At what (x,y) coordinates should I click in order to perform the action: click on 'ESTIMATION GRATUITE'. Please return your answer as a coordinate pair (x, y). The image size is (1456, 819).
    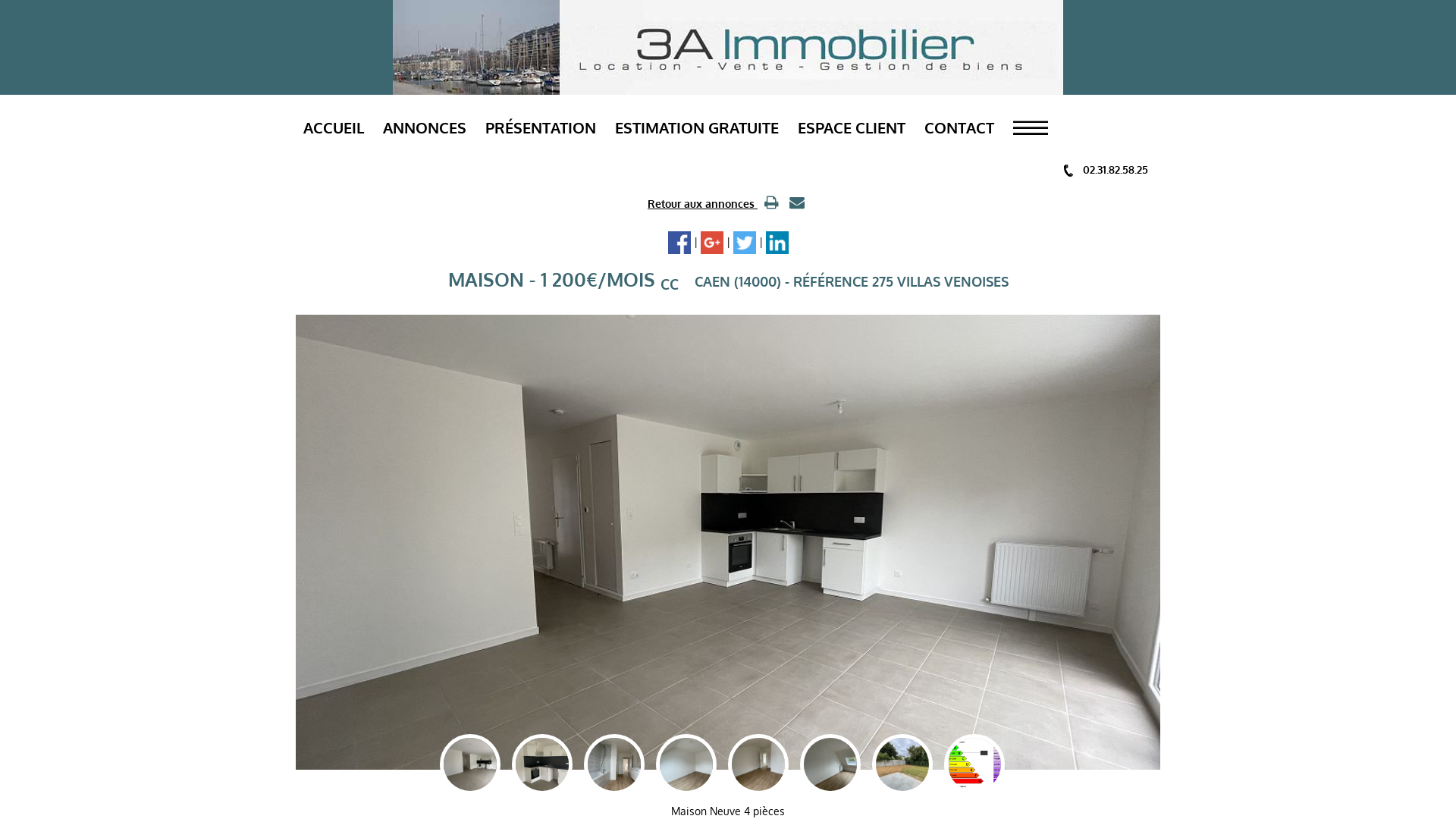
    Looking at the image, I should click on (695, 127).